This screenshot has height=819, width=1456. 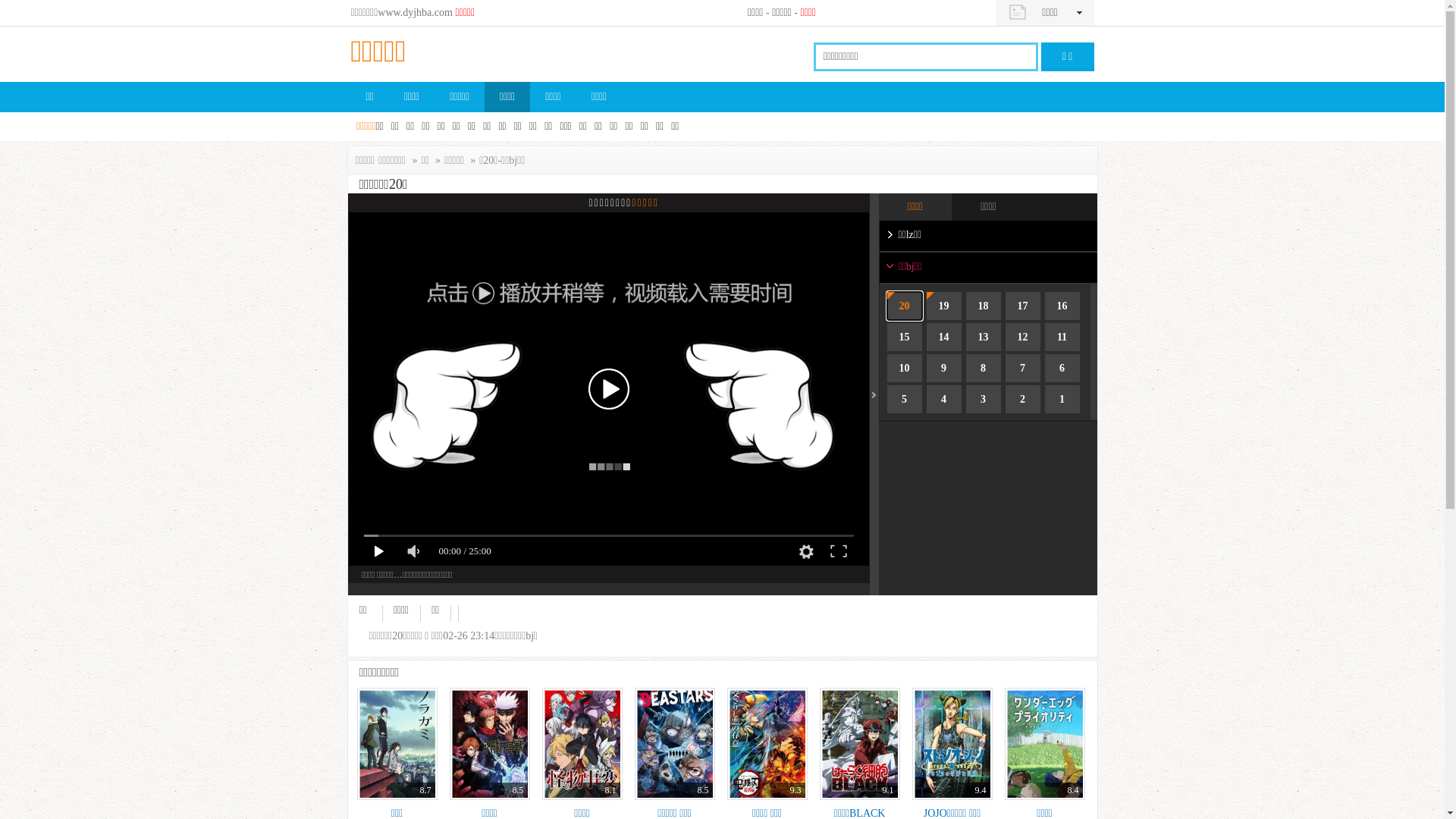 What do you see at coordinates (1062, 368) in the screenshot?
I see `'6'` at bounding box center [1062, 368].